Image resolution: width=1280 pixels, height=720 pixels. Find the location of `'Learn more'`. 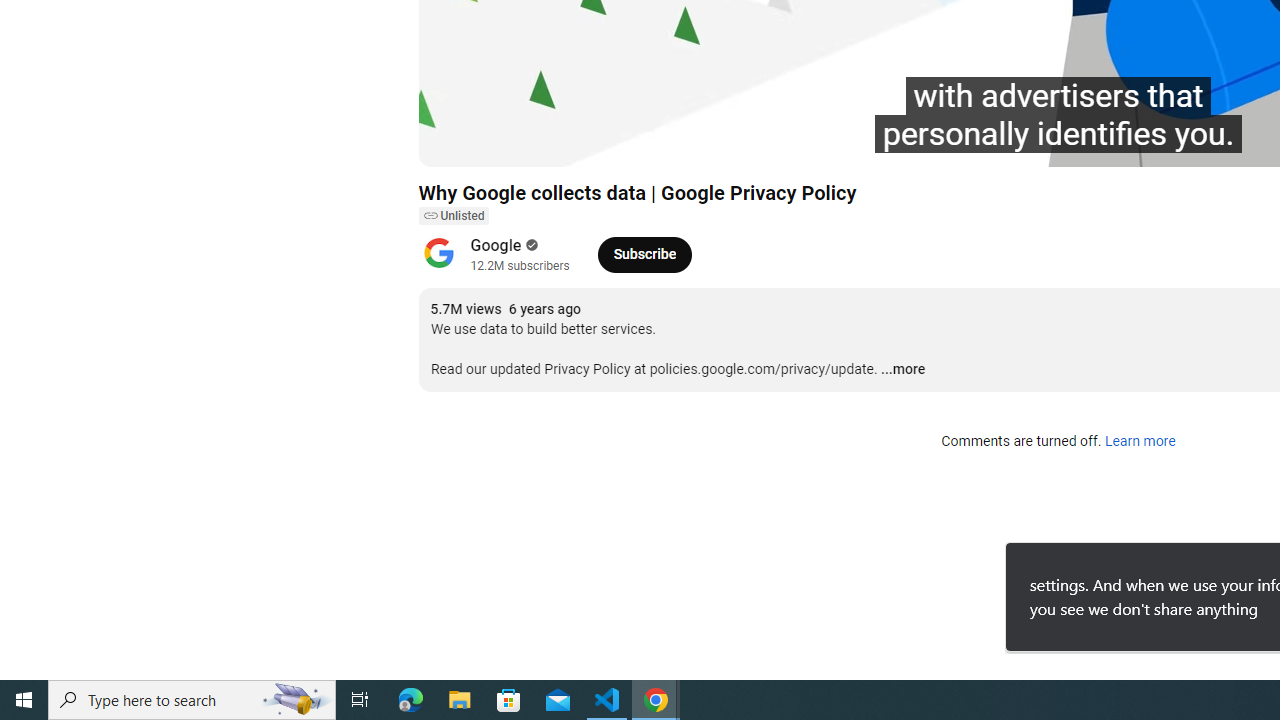

'Learn more' is located at coordinates (1139, 441).